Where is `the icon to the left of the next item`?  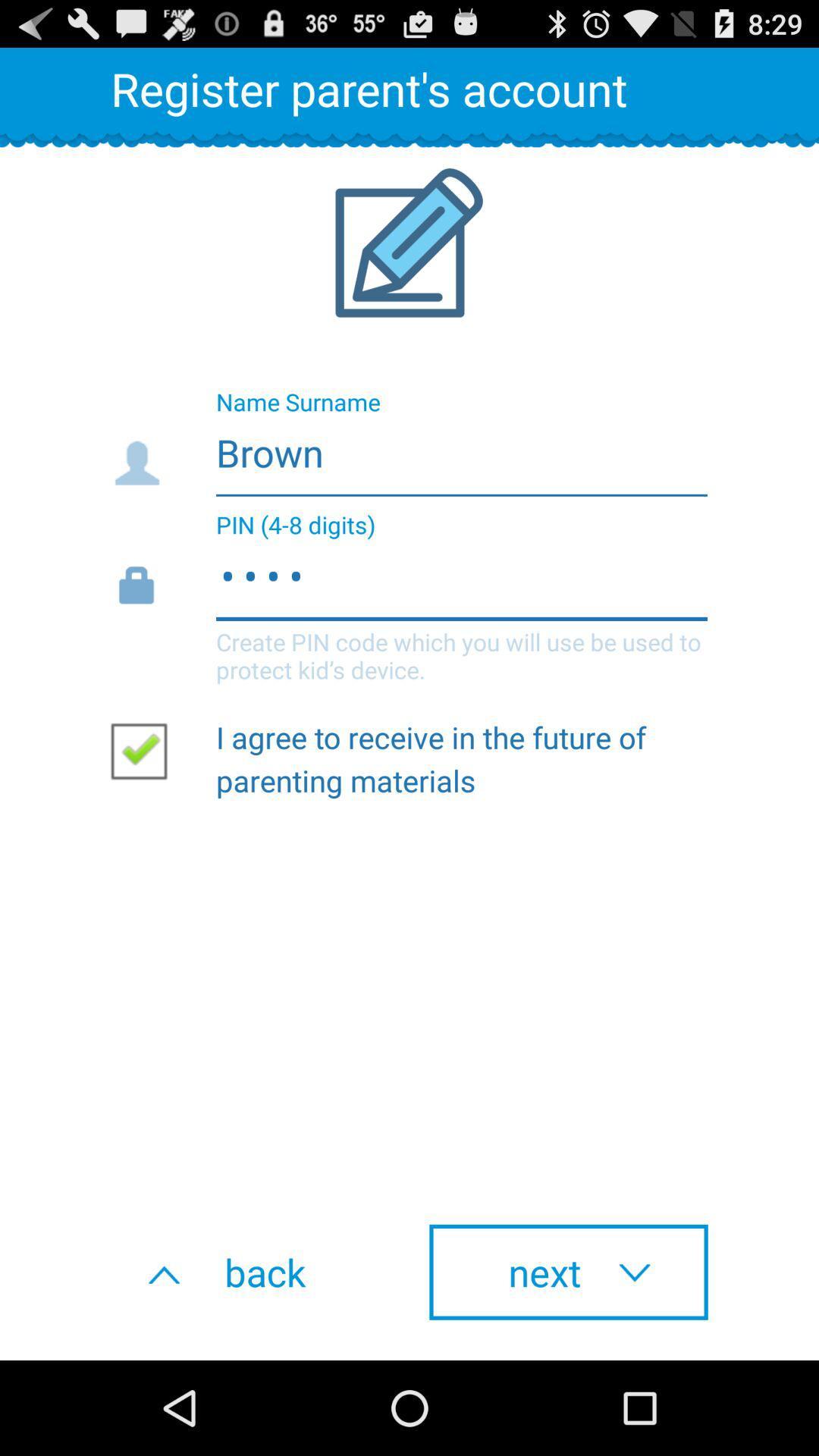
the icon to the left of the next item is located at coordinates (249, 1272).